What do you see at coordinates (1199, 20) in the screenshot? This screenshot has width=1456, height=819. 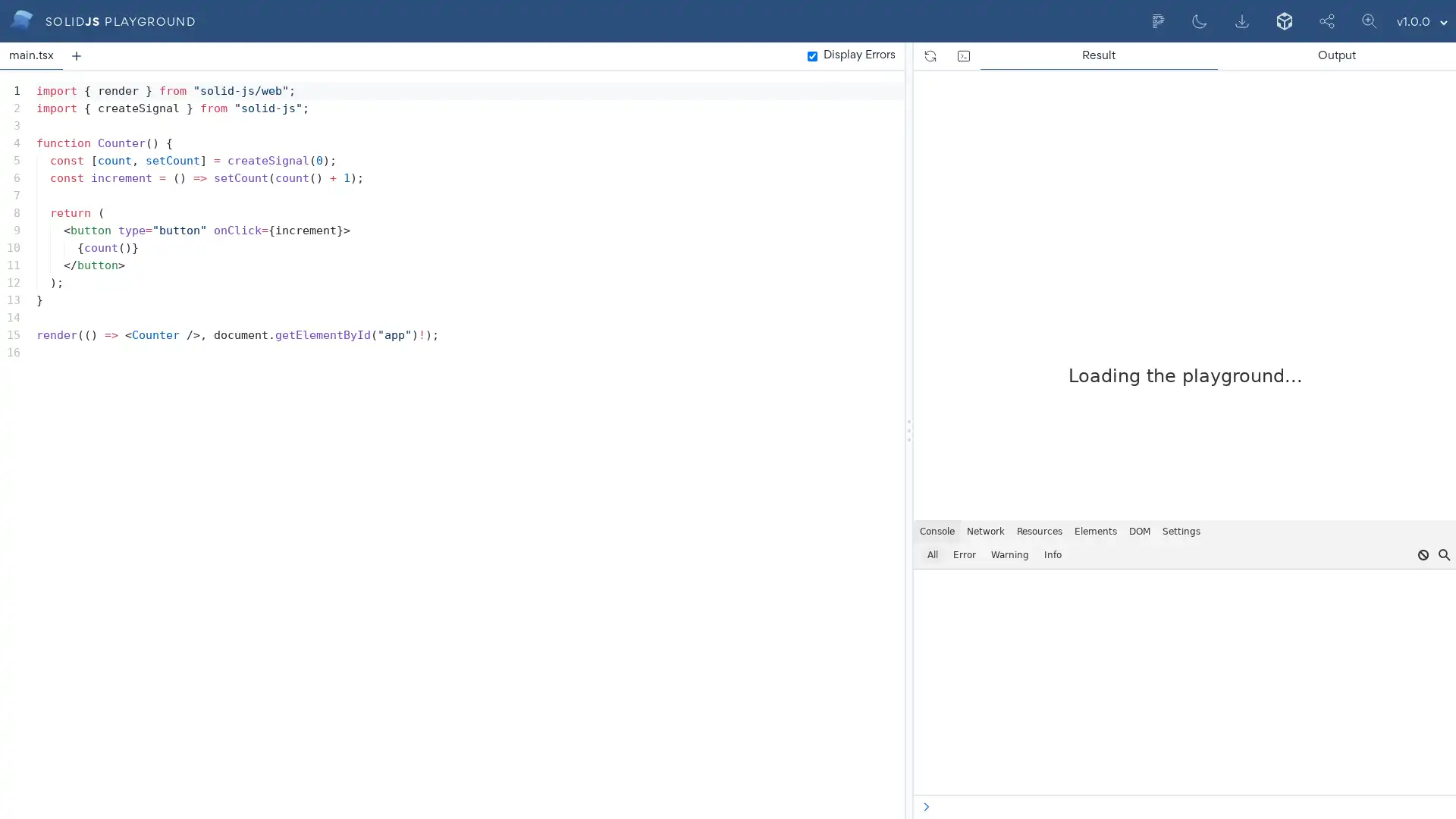 I see `Dark mode` at bounding box center [1199, 20].